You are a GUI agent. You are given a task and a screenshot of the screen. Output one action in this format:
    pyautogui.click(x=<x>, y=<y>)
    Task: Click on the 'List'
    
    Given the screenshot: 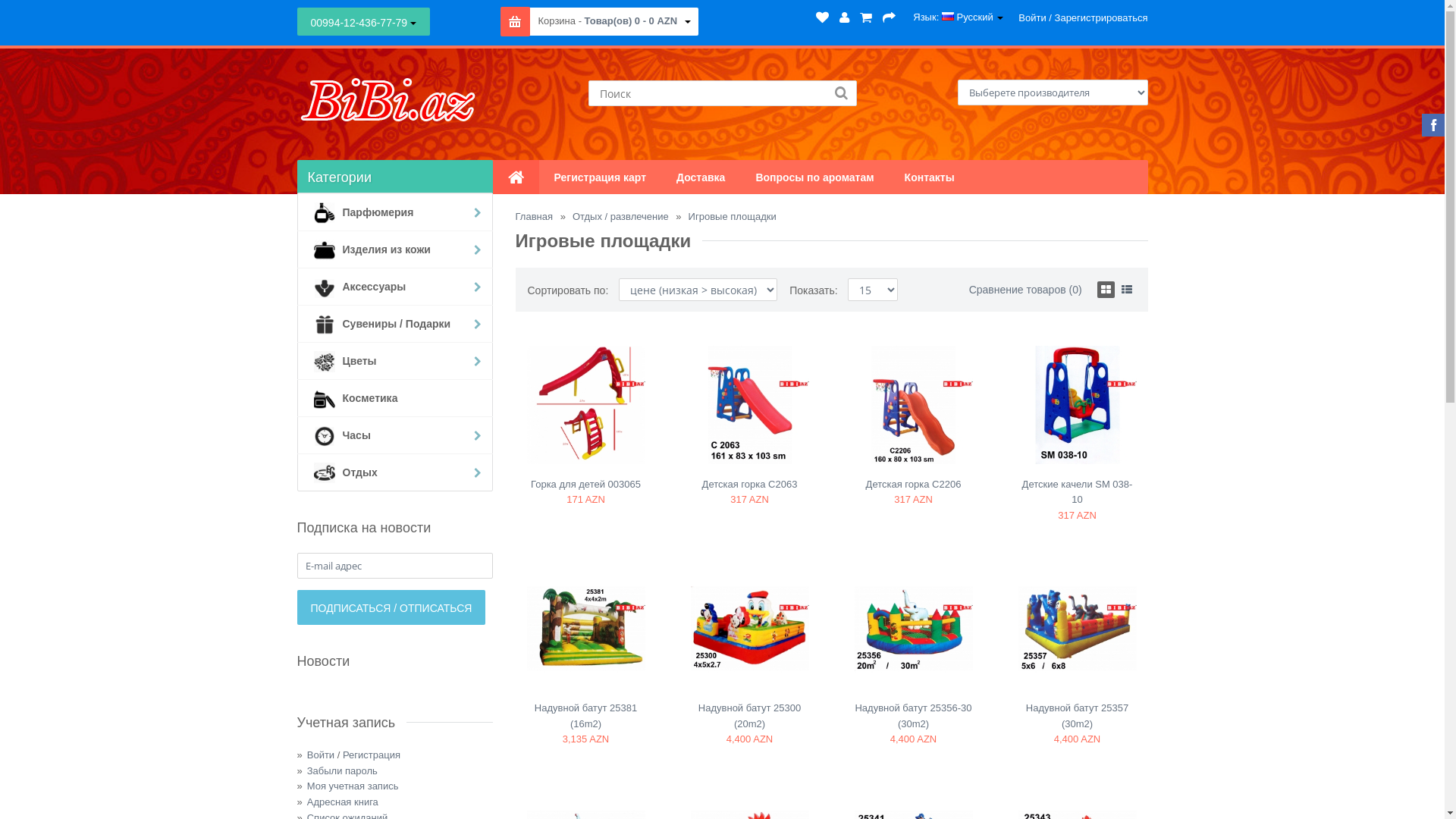 What is the action you would take?
    pyautogui.click(x=1127, y=289)
    